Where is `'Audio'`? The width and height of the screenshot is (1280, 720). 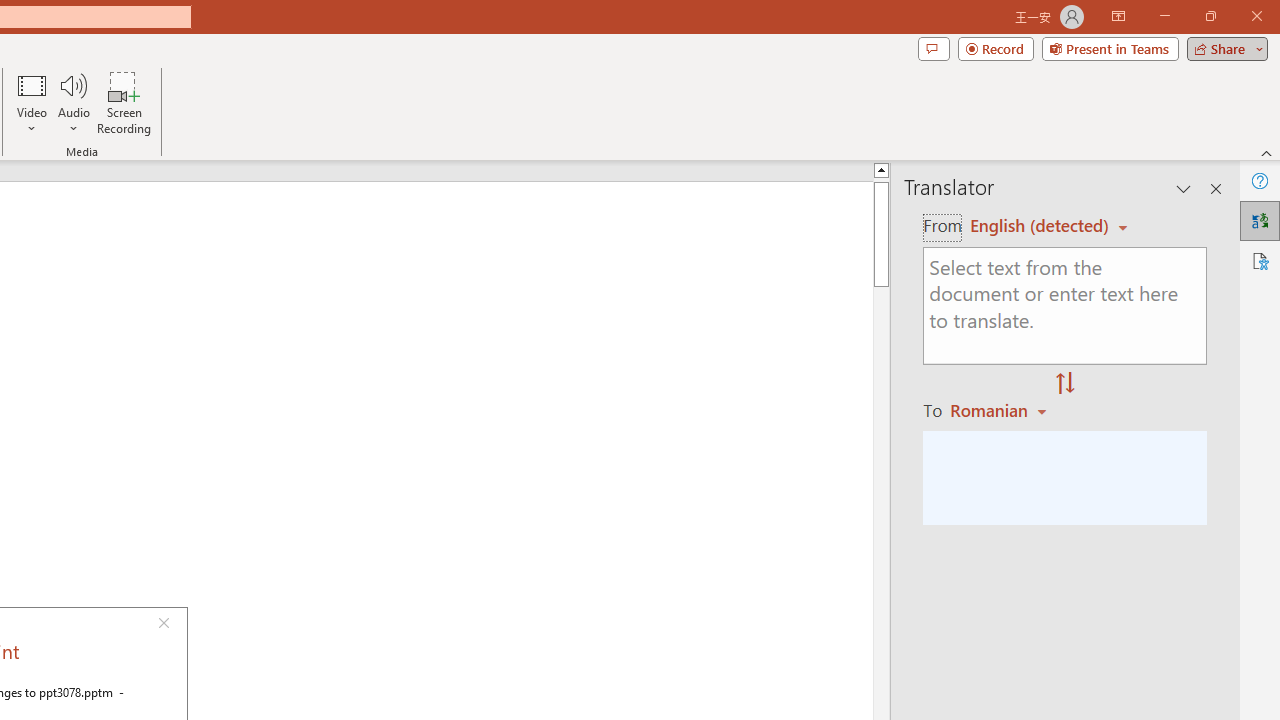 'Audio' is located at coordinates (73, 103).